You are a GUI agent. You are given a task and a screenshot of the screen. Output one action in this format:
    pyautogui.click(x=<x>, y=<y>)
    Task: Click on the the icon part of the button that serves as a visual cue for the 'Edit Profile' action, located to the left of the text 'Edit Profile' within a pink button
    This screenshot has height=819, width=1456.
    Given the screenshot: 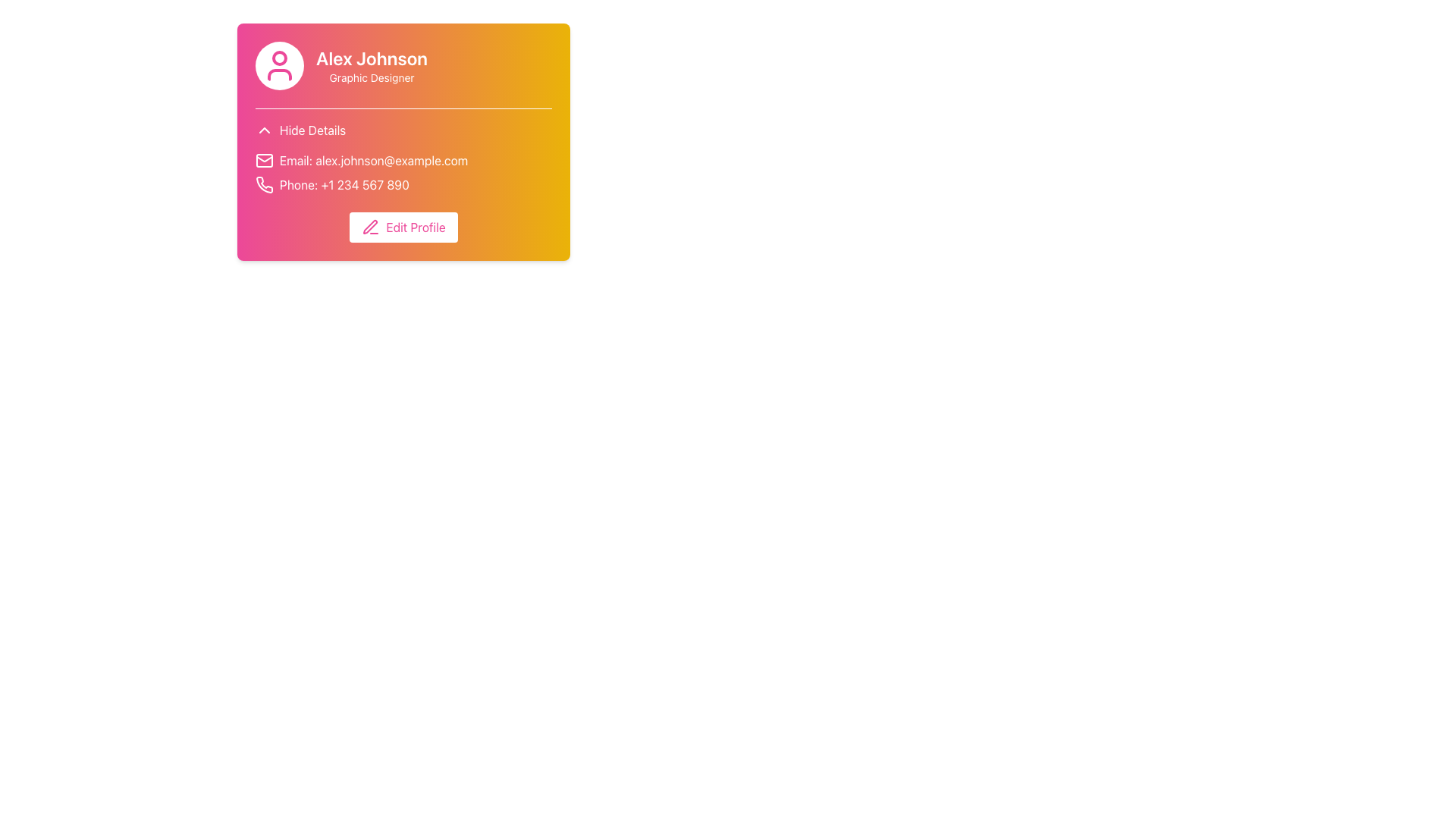 What is the action you would take?
    pyautogui.click(x=371, y=227)
    